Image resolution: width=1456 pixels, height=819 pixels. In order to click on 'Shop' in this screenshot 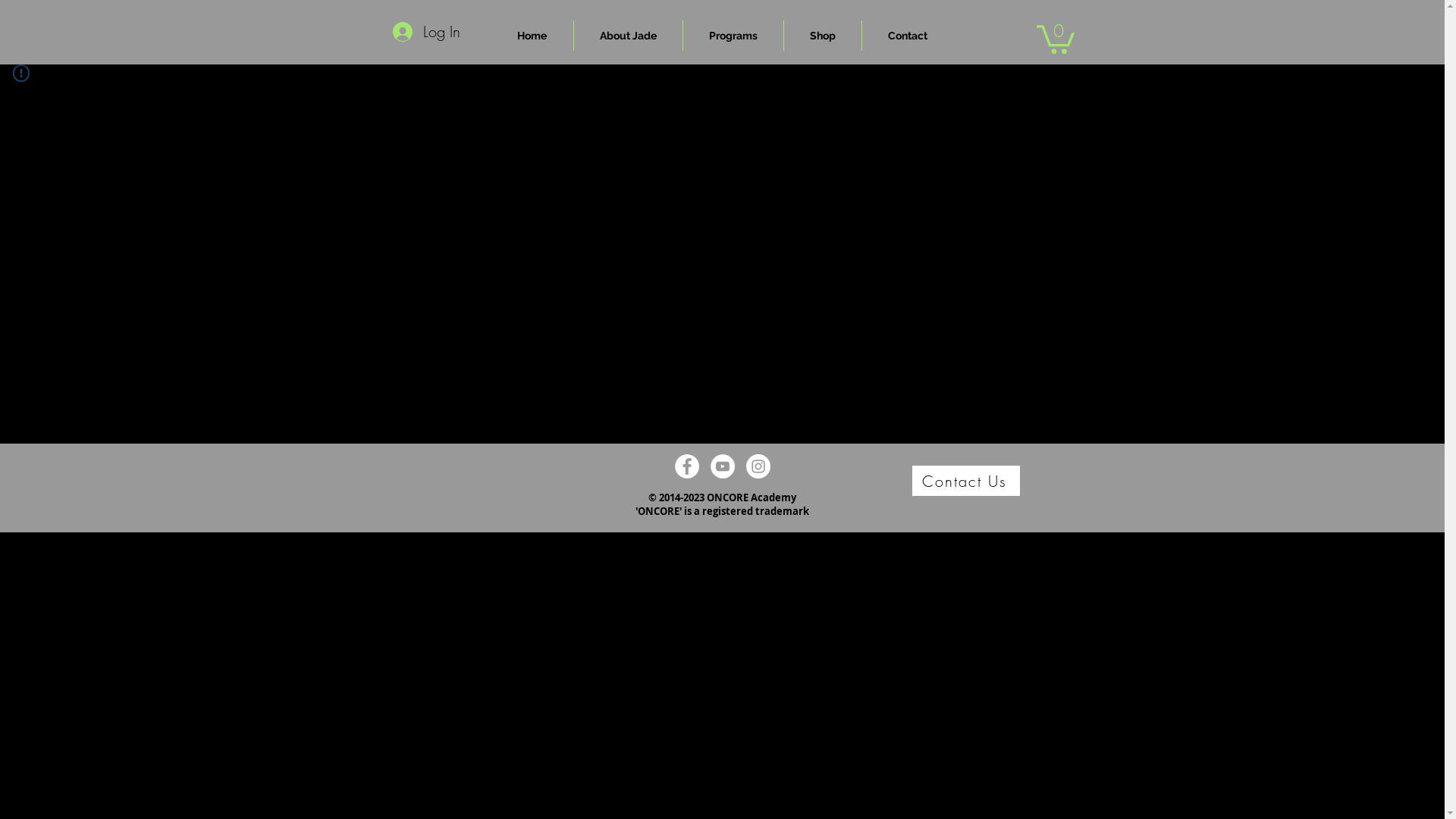, I will do `click(783, 34)`.